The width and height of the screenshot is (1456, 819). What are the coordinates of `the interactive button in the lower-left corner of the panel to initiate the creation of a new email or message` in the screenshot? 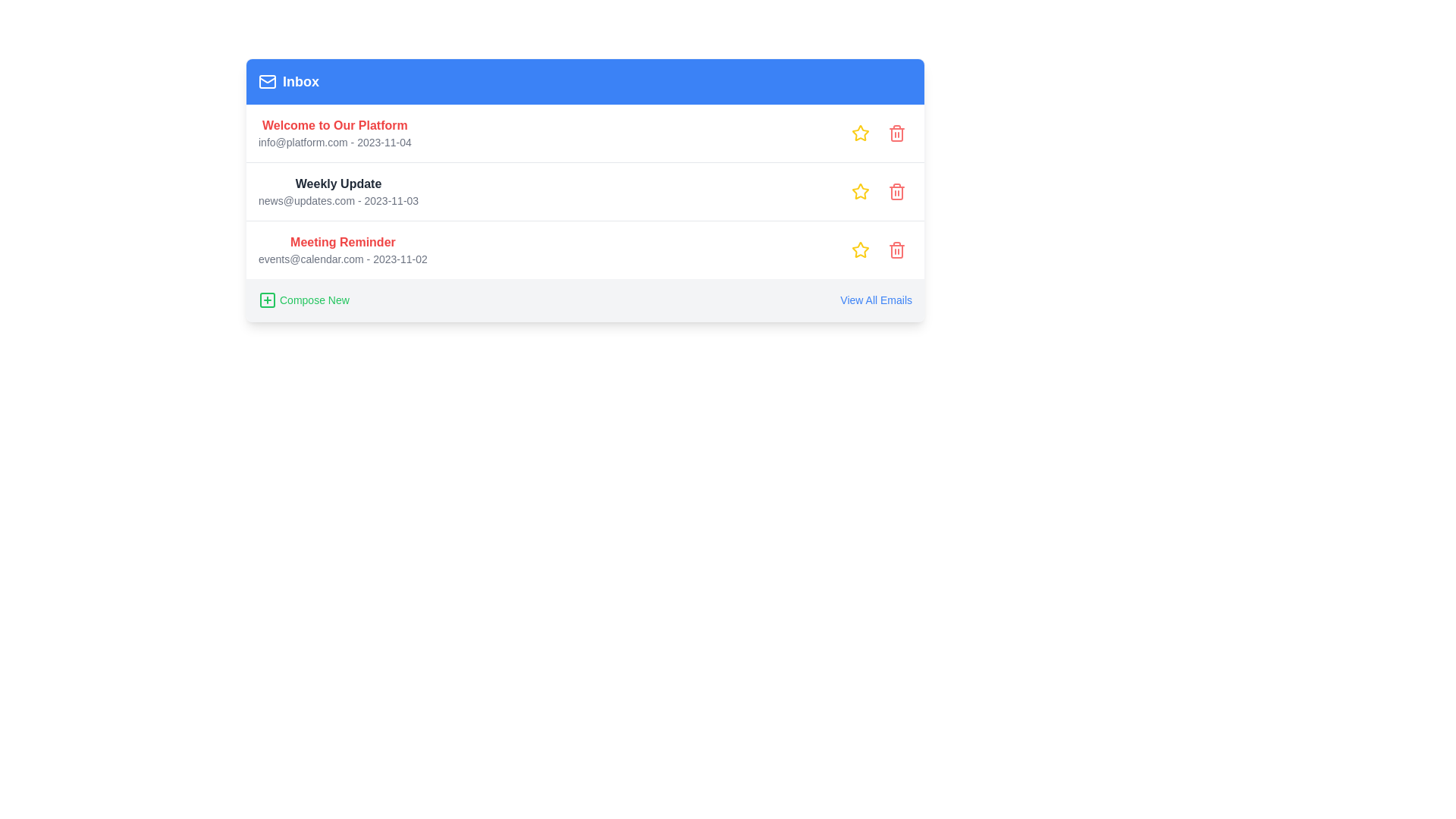 It's located at (303, 300).